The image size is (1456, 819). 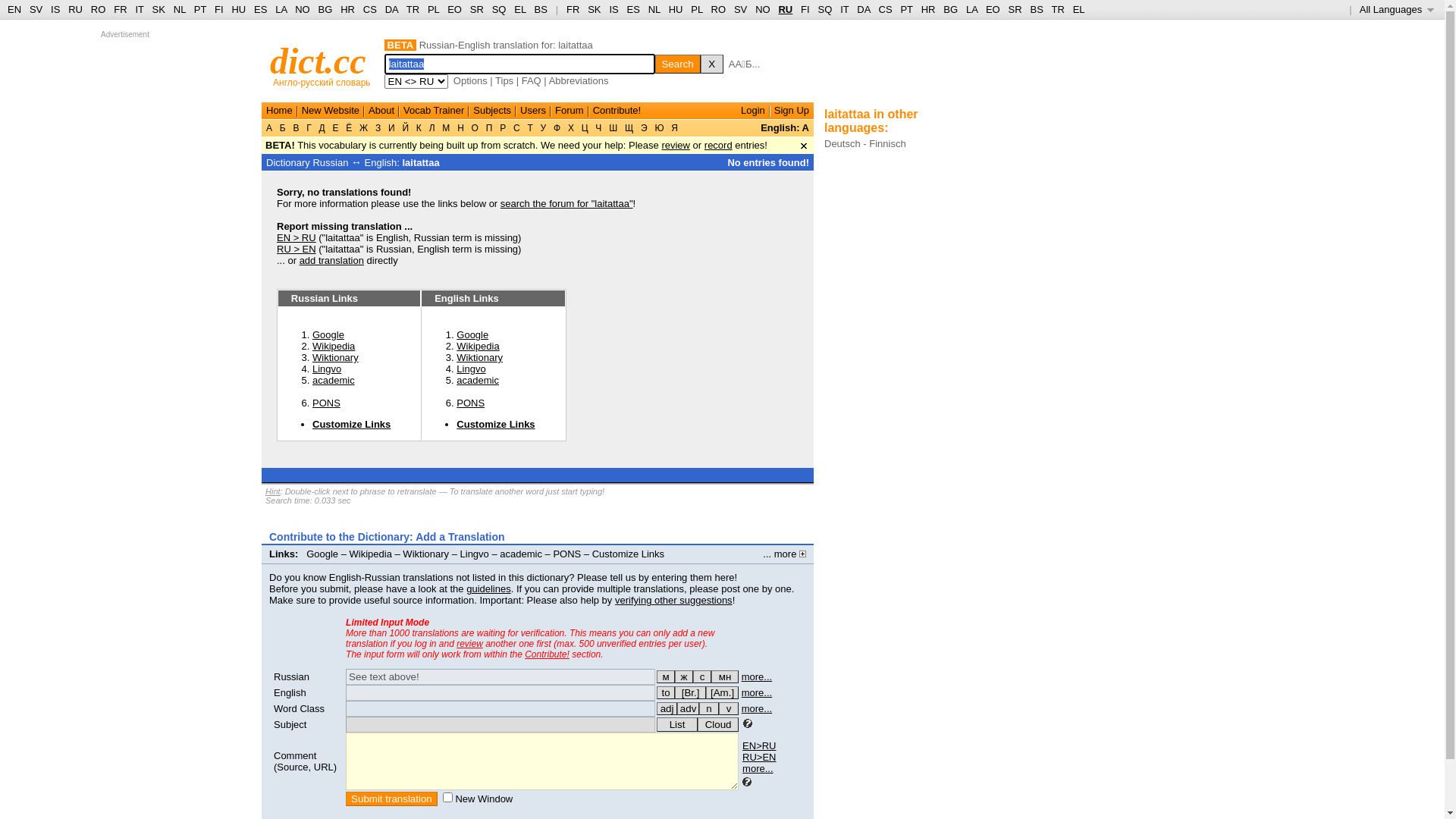 What do you see at coordinates (593, 9) in the screenshot?
I see `'SK'` at bounding box center [593, 9].